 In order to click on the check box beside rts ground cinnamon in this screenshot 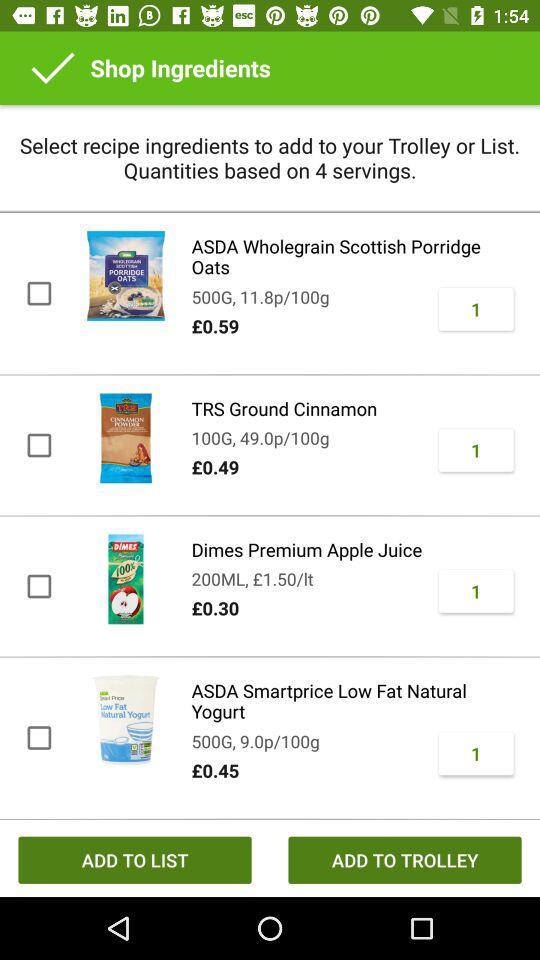, I will do `click(38, 446)`.